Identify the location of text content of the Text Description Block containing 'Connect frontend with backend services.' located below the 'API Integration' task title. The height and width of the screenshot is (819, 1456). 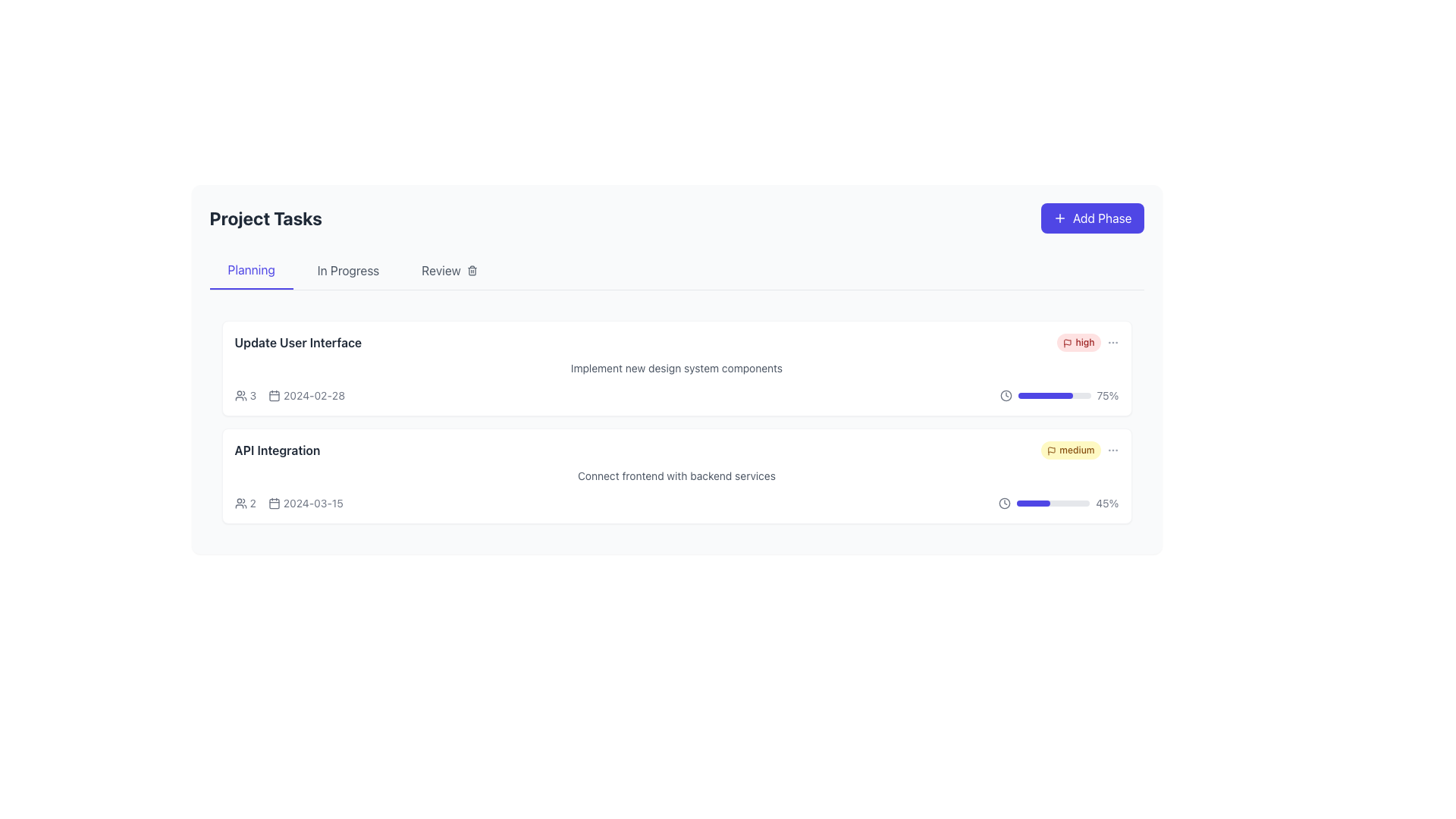
(676, 475).